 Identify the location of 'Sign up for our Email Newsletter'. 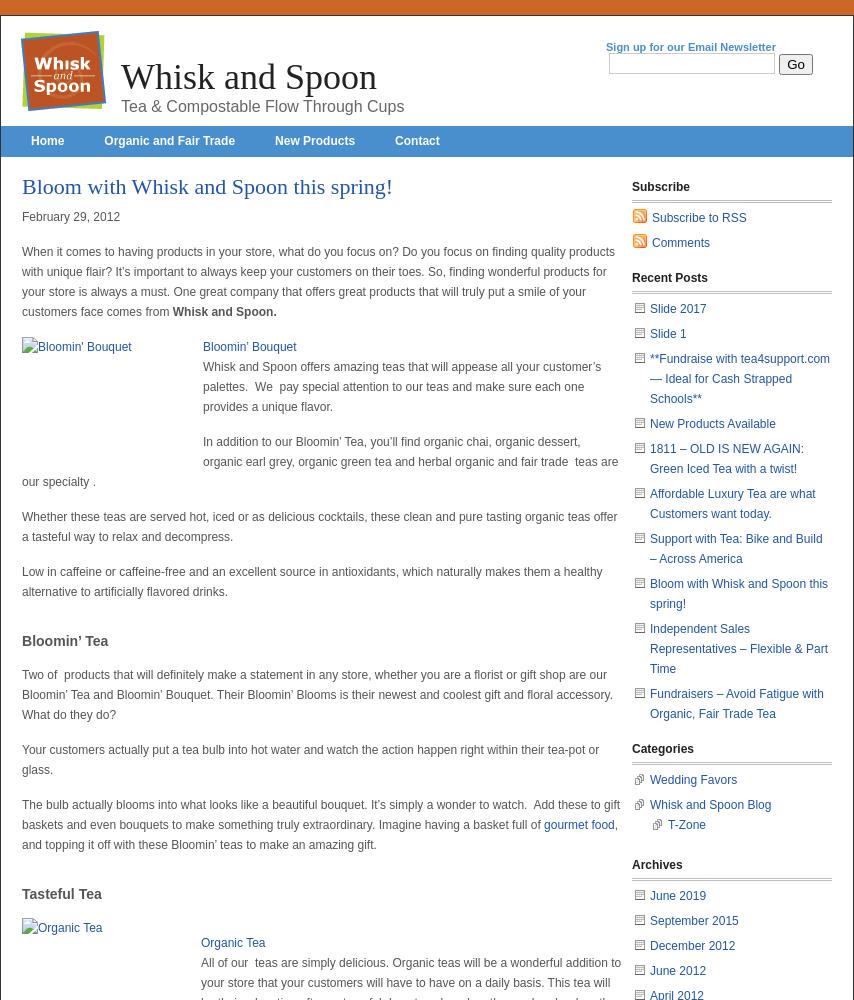
(689, 47).